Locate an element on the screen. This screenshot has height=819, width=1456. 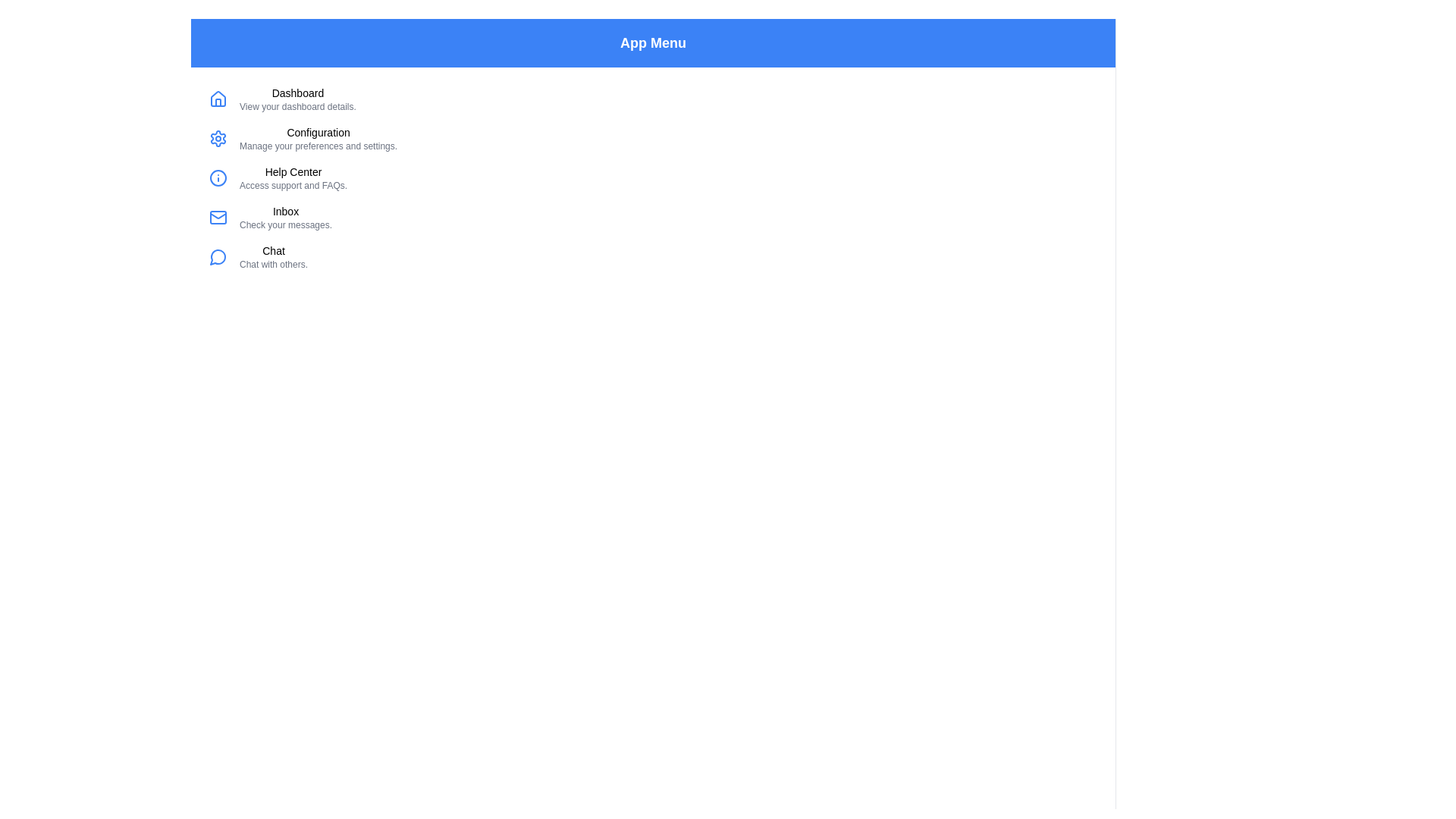
the text label that serves as the header for the support and FAQs functionalities, located centrally on the menu list interface is located at coordinates (293, 171).